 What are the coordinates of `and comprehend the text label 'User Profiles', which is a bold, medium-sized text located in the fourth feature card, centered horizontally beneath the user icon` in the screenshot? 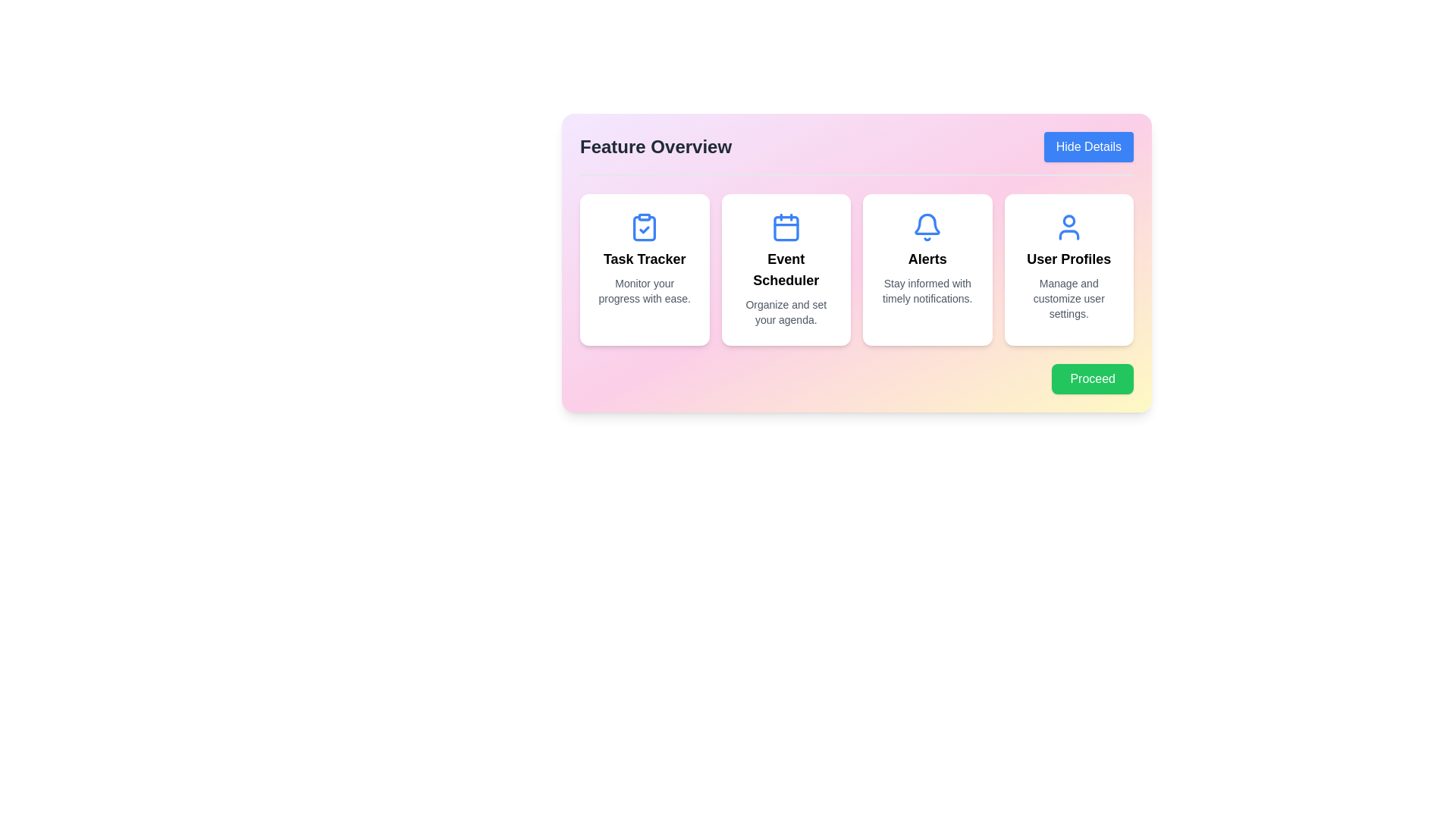 It's located at (1068, 259).